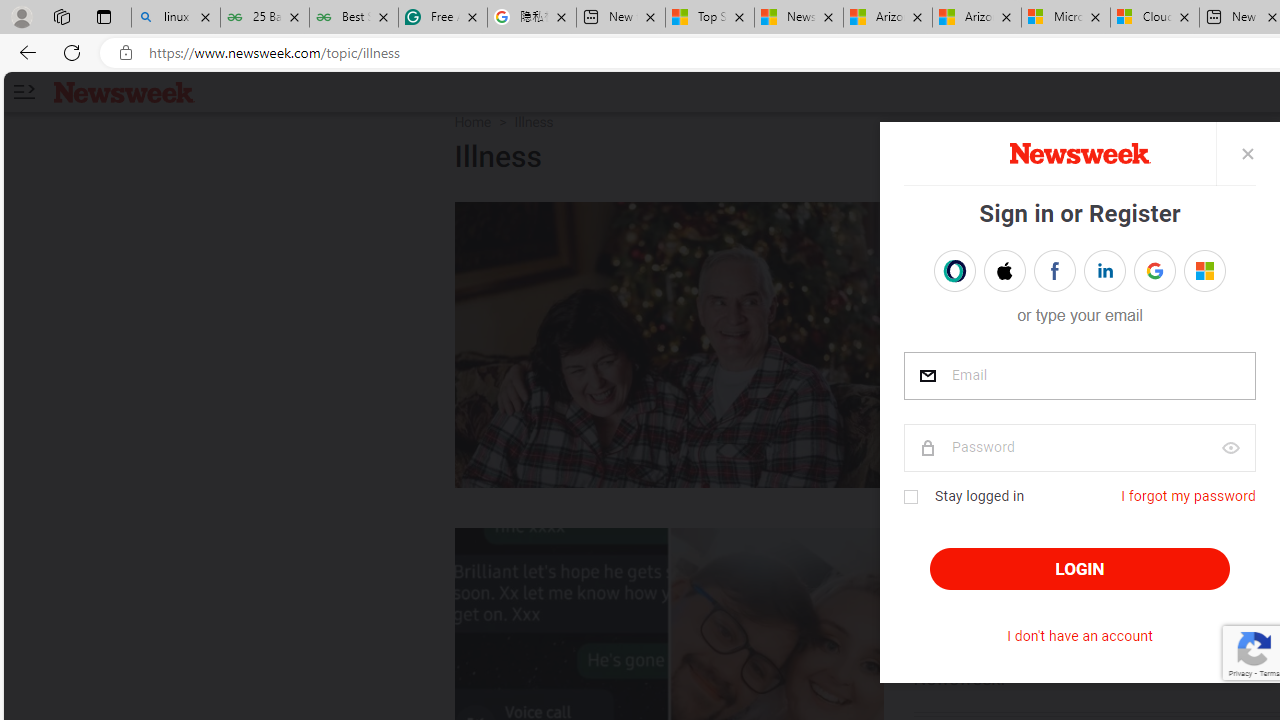 Image resolution: width=1280 pixels, height=720 pixels. What do you see at coordinates (1004, 271) in the screenshot?
I see `'Sign in with APPLE'` at bounding box center [1004, 271].